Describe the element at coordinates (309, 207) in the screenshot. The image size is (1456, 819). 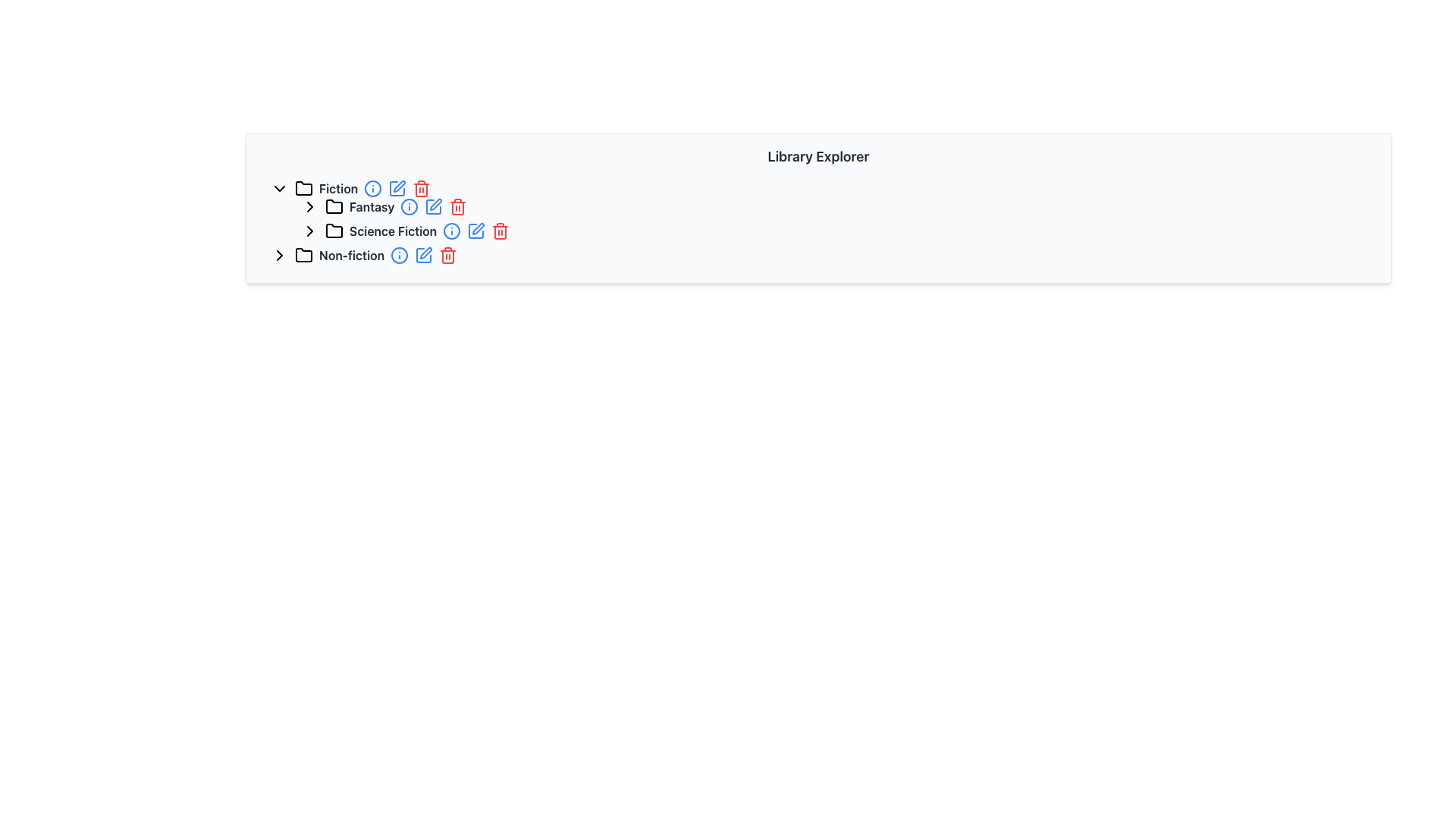
I see `the chevron arrow icon that expands or navigates further into the 'Fantasy' folder section in the navigation panel` at that location.